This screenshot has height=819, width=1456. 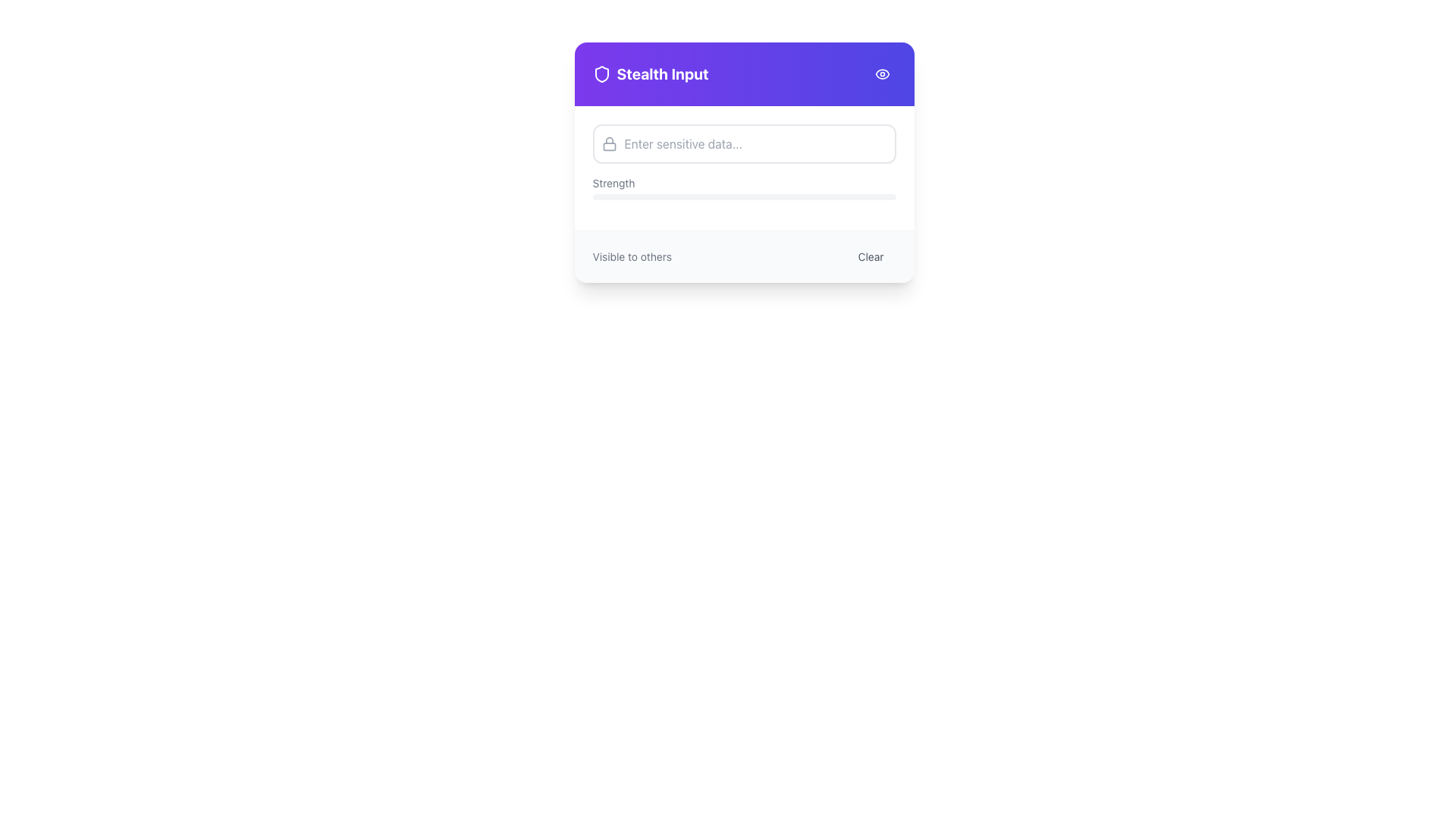 What do you see at coordinates (882, 74) in the screenshot?
I see `the button represented by a white eye icon on a purple background located on the far-right side of the header bar labeled 'Stealth Input'` at bounding box center [882, 74].